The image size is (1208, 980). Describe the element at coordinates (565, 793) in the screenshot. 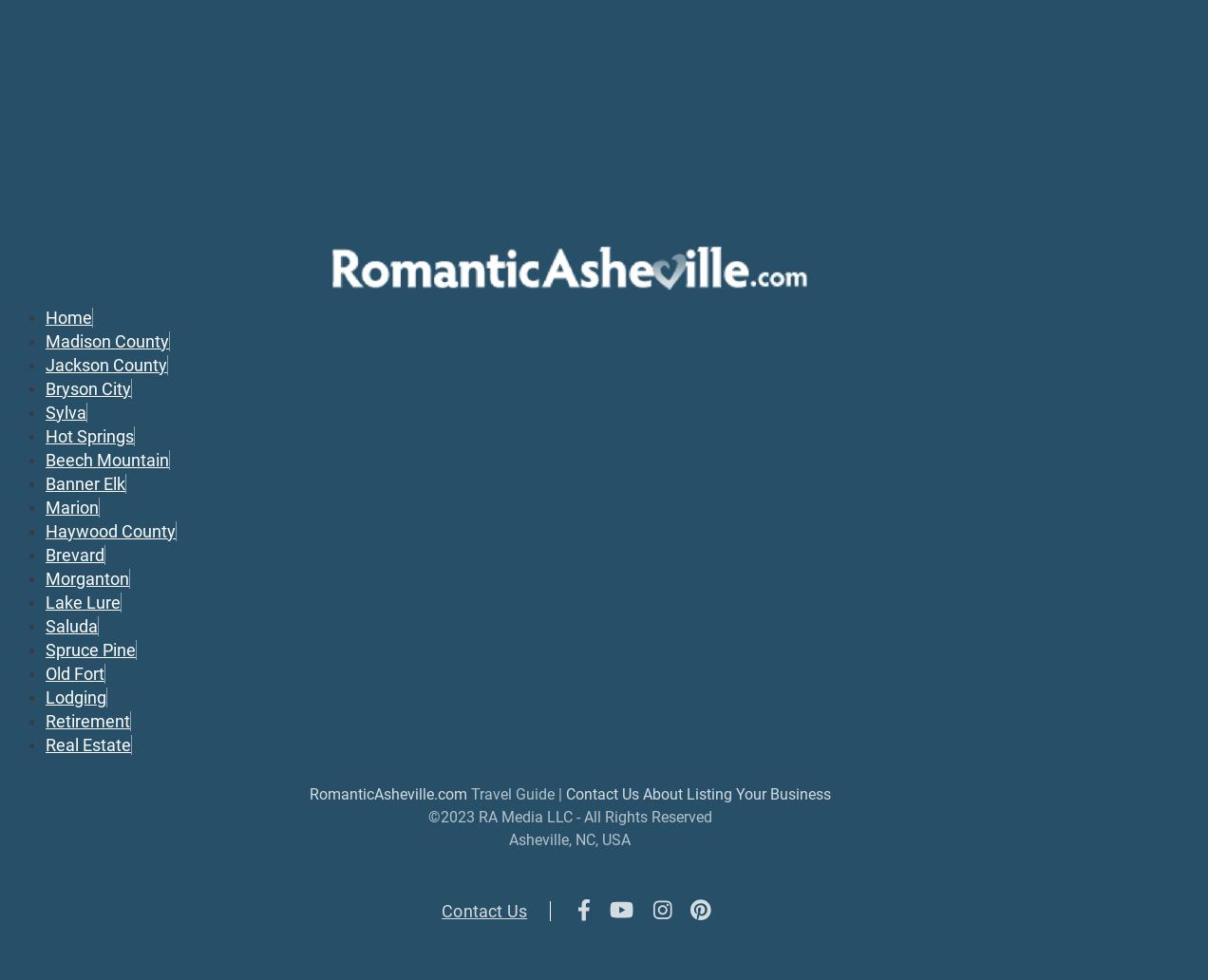

I see `'Contact Us About Listing Your Business'` at that location.